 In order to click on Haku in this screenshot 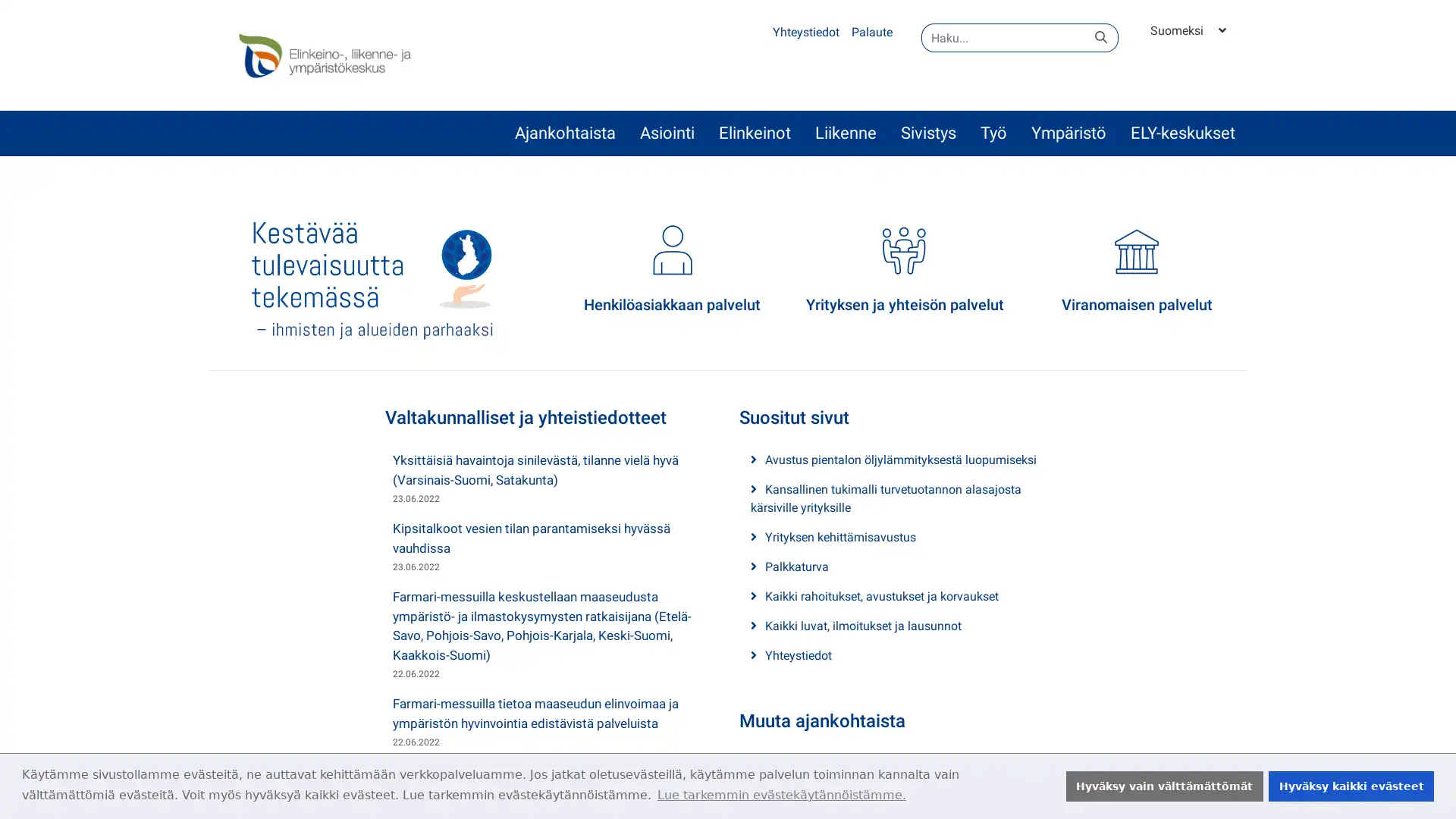, I will do `click(1101, 36)`.